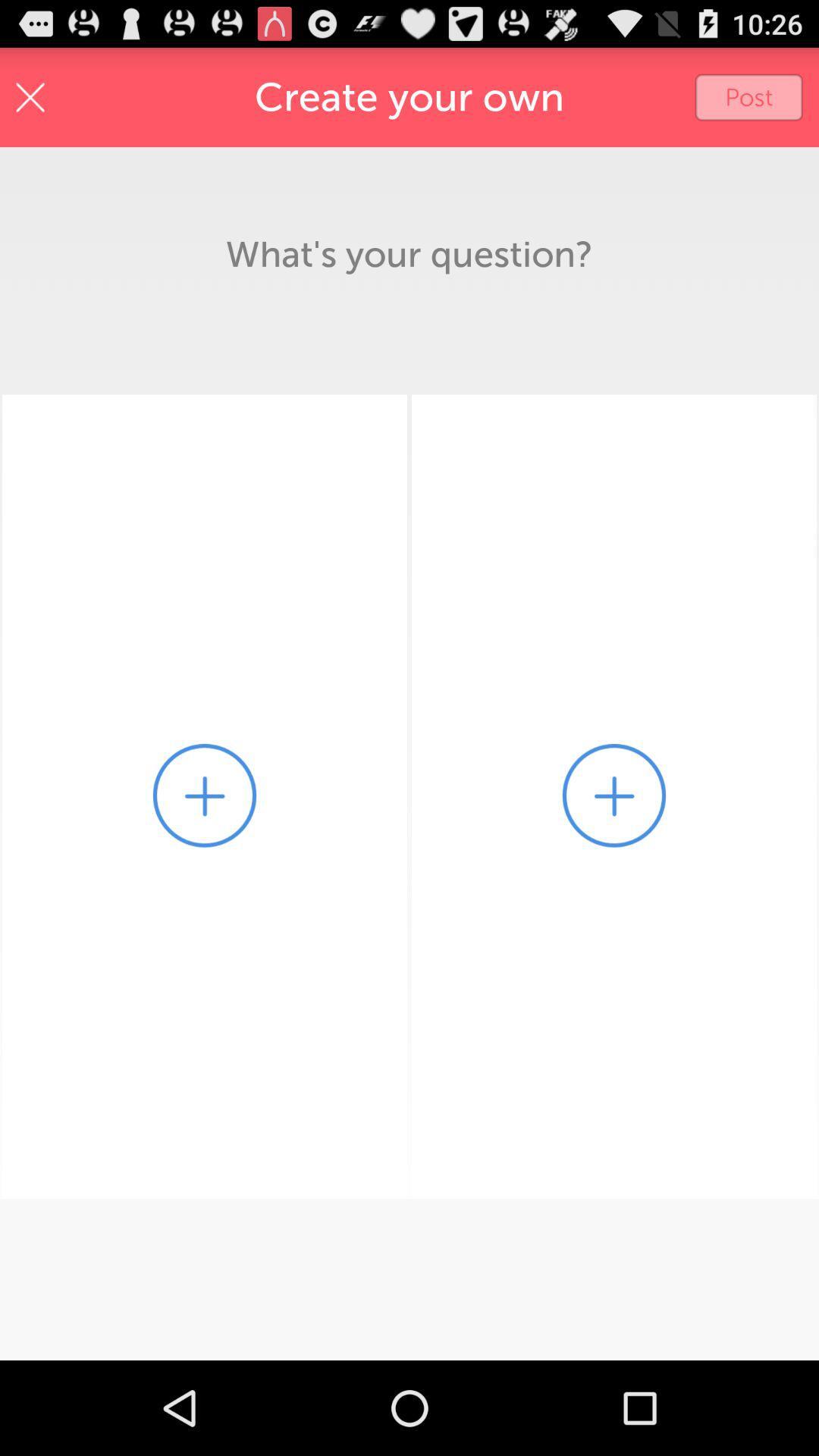  I want to click on the add icon, so click(205, 852).